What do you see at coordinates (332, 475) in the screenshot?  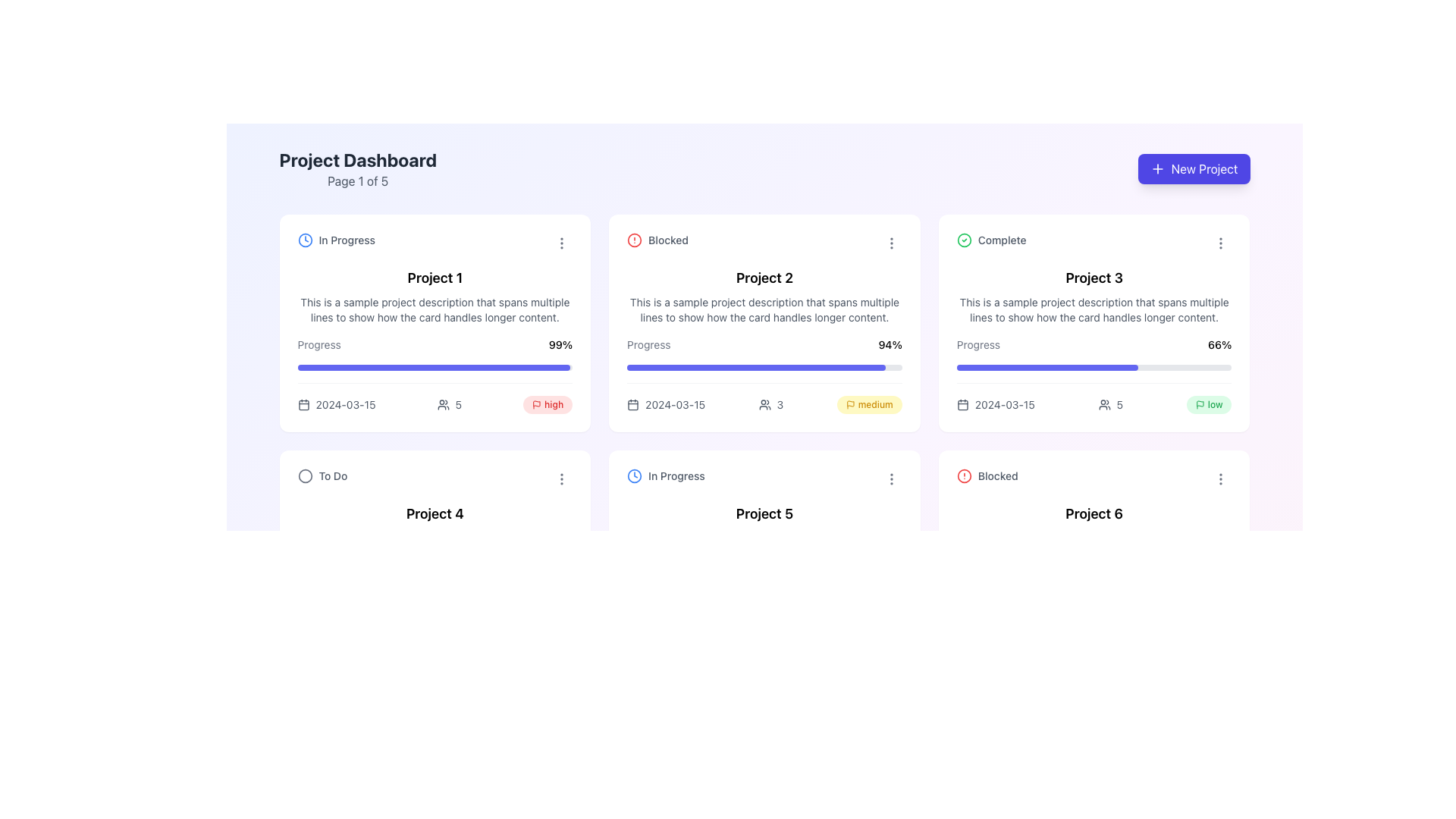 I see `the 'To Do' label, which is a small, gray text label positioned within the top-left corner of the 'Project 4' card, to the right of a circular icon` at bounding box center [332, 475].